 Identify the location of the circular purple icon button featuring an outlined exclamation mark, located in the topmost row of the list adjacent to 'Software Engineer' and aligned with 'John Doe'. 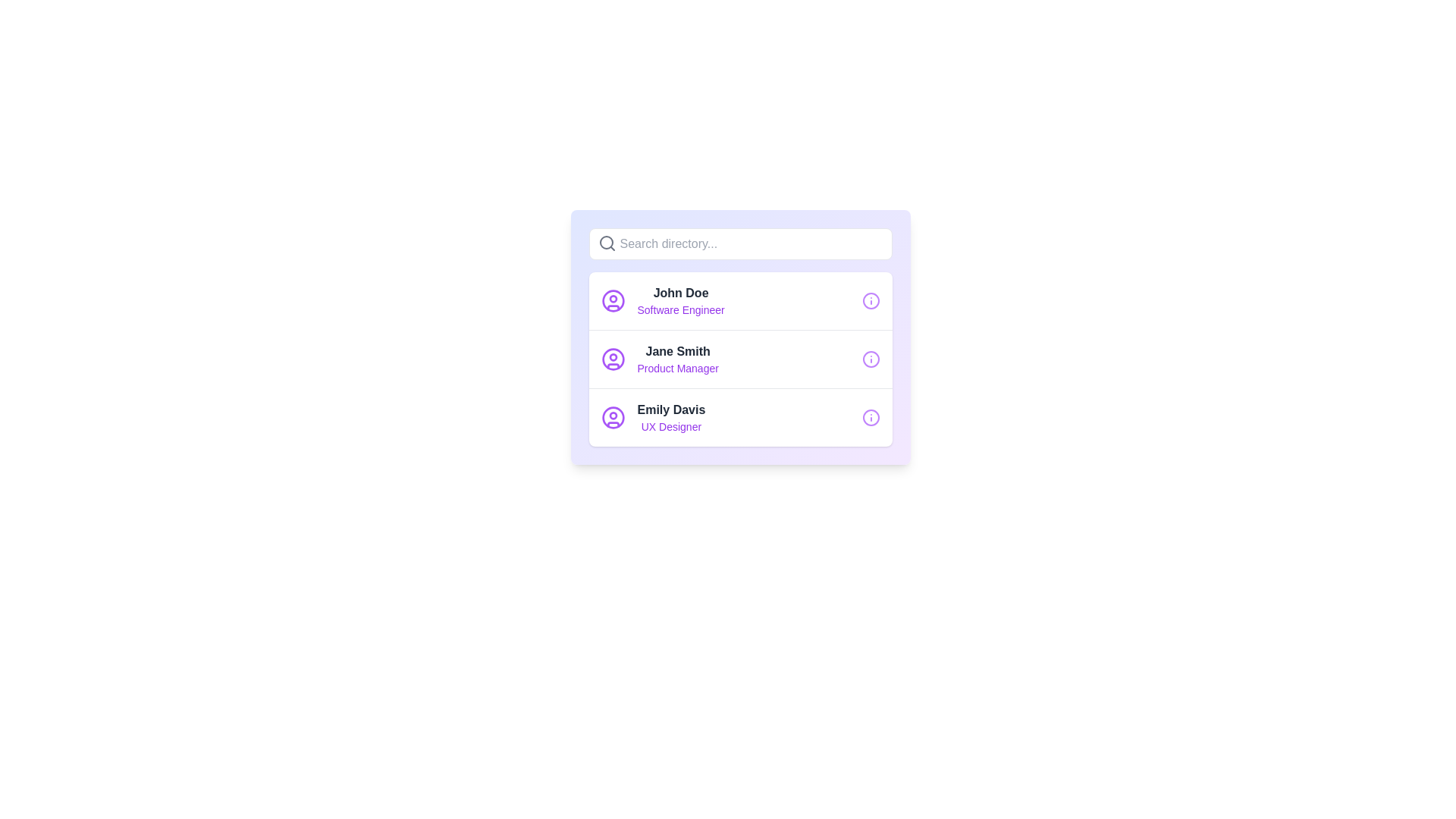
(871, 301).